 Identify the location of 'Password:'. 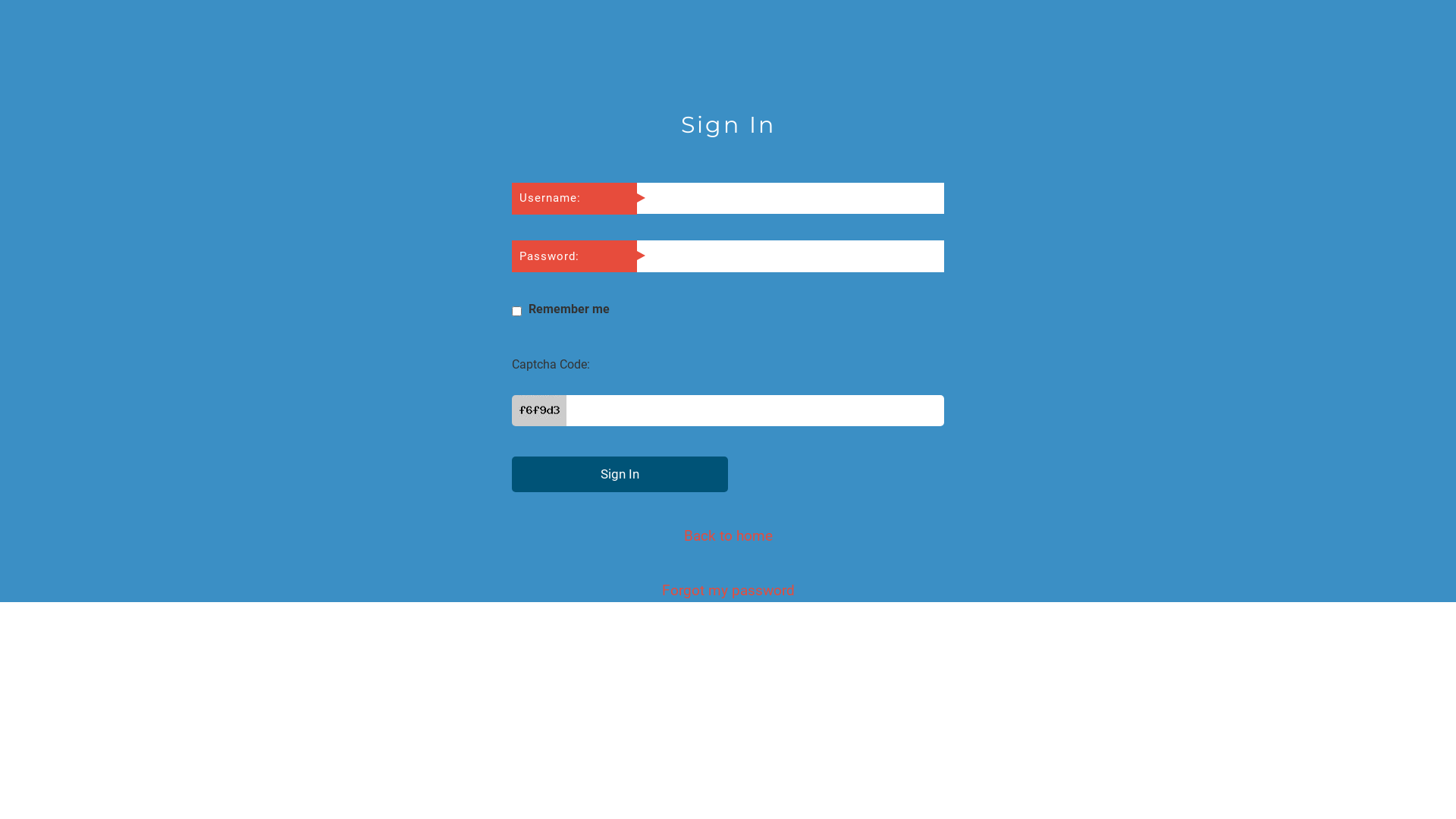
(573, 256).